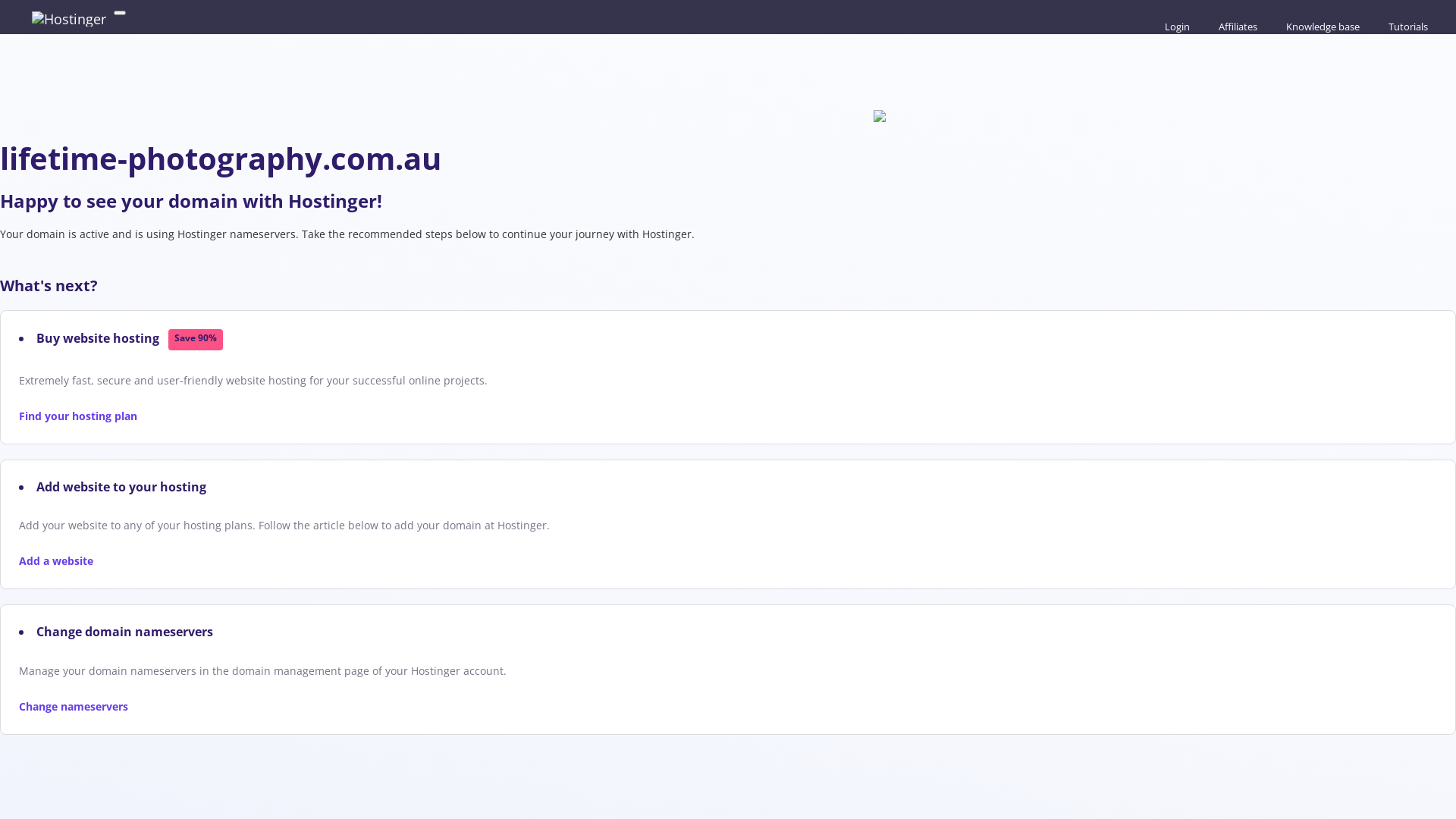 Image resolution: width=1456 pixels, height=819 pixels. Describe the element at coordinates (18, 706) in the screenshot. I see `'Change nameservers'` at that location.